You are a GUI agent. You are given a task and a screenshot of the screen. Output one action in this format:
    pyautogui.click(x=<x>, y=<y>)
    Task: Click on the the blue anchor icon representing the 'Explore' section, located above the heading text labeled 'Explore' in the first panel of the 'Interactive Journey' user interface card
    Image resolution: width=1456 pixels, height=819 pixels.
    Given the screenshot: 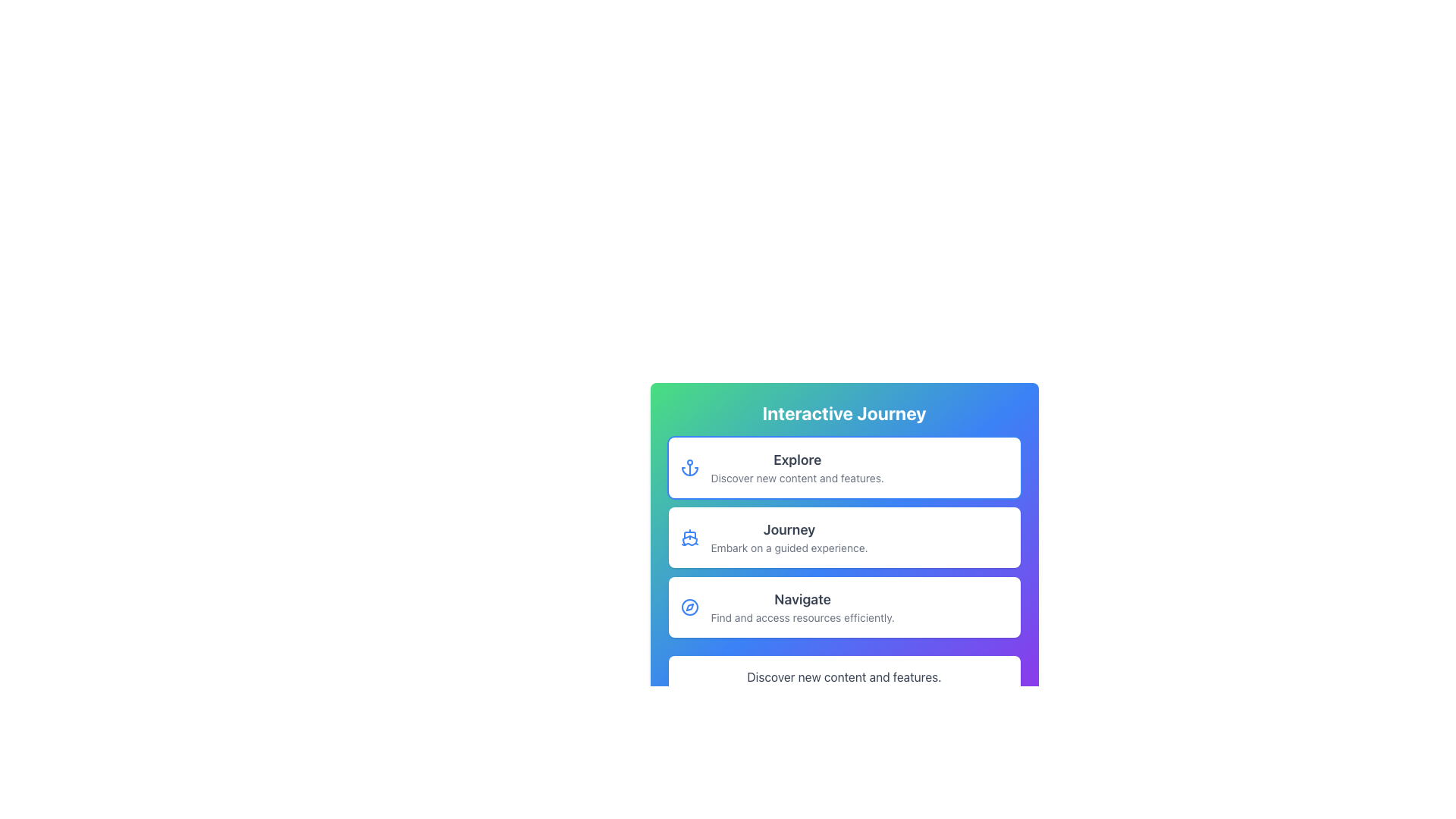 What is the action you would take?
    pyautogui.click(x=689, y=467)
    